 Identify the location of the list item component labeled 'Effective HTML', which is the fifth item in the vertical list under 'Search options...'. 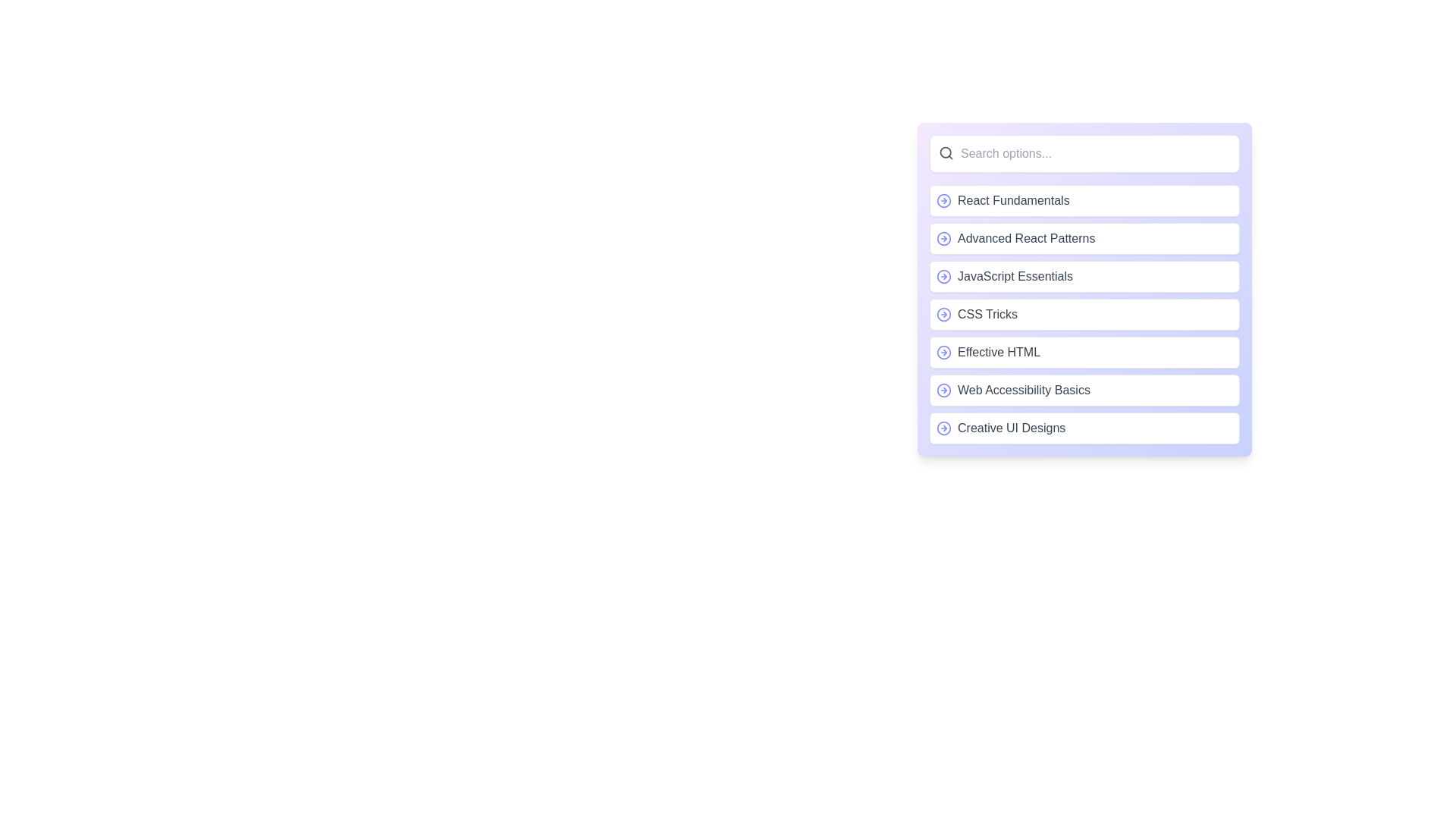
(1084, 353).